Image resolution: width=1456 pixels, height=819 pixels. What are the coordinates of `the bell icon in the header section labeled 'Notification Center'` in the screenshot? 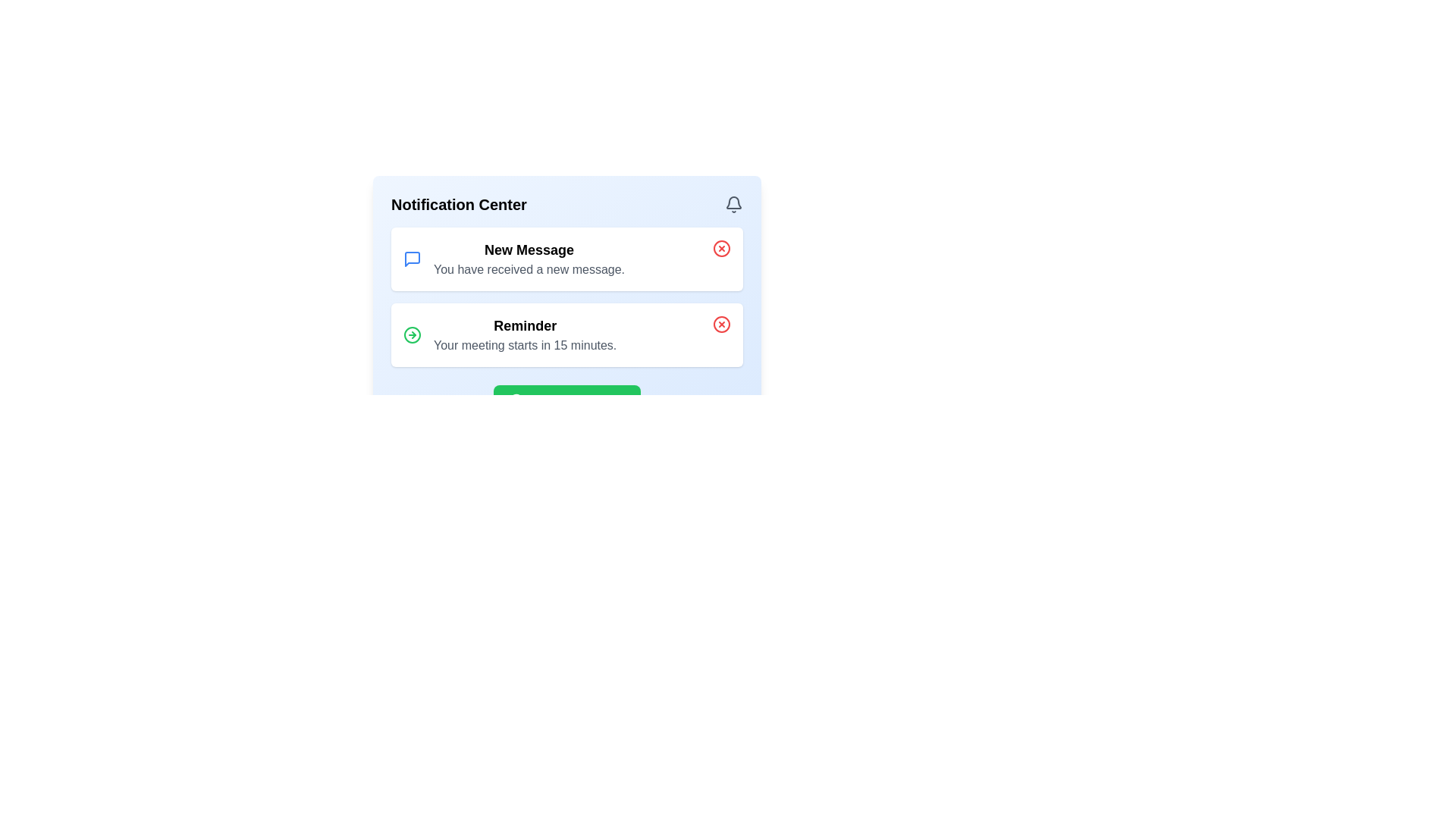 It's located at (734, 205).